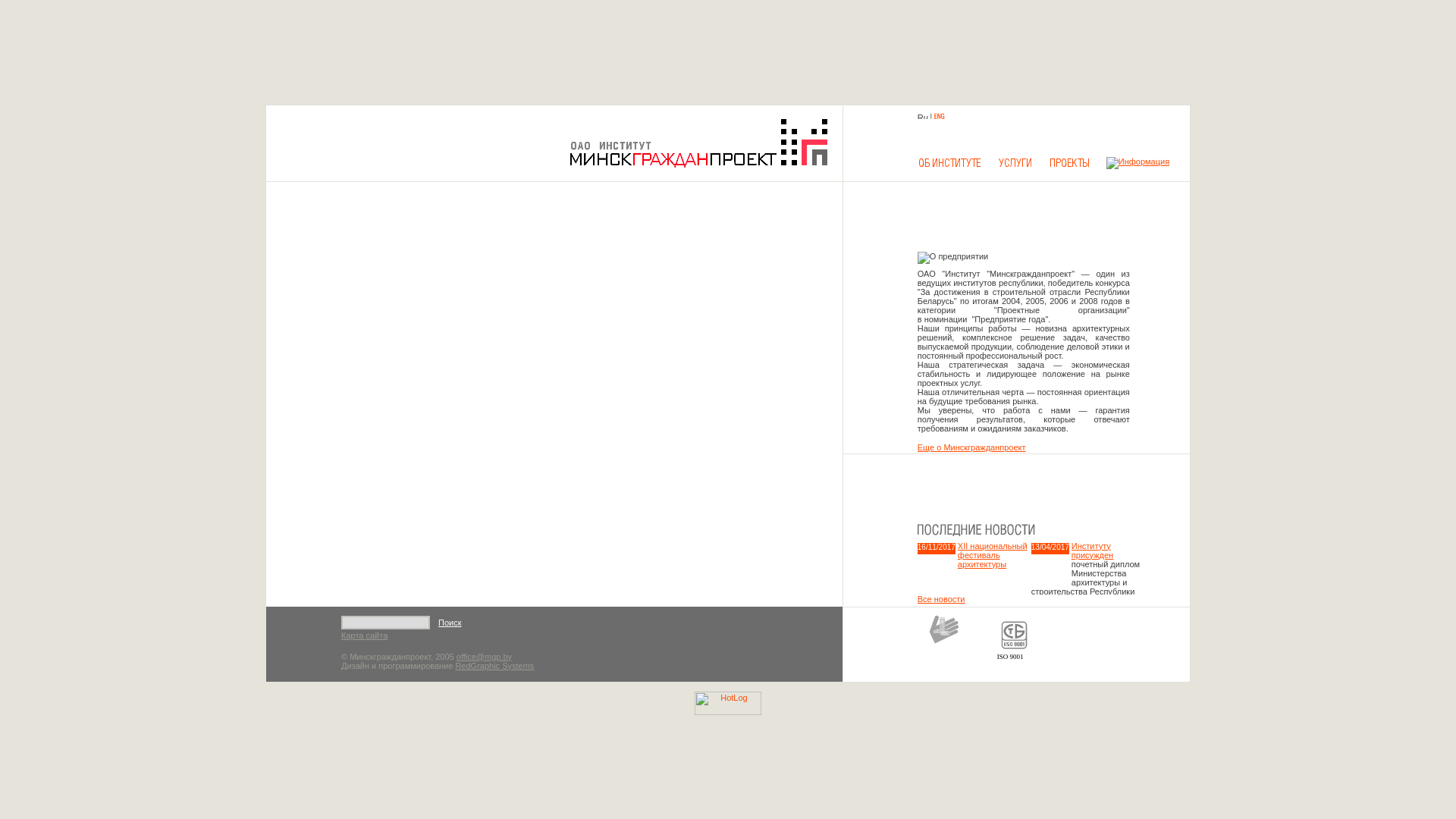 The image size is (1456, 819). What do you see at coordinates (1010, 654) in the screenshot?
I see `'ISO 9001'` at bounding box center [1010, 654].